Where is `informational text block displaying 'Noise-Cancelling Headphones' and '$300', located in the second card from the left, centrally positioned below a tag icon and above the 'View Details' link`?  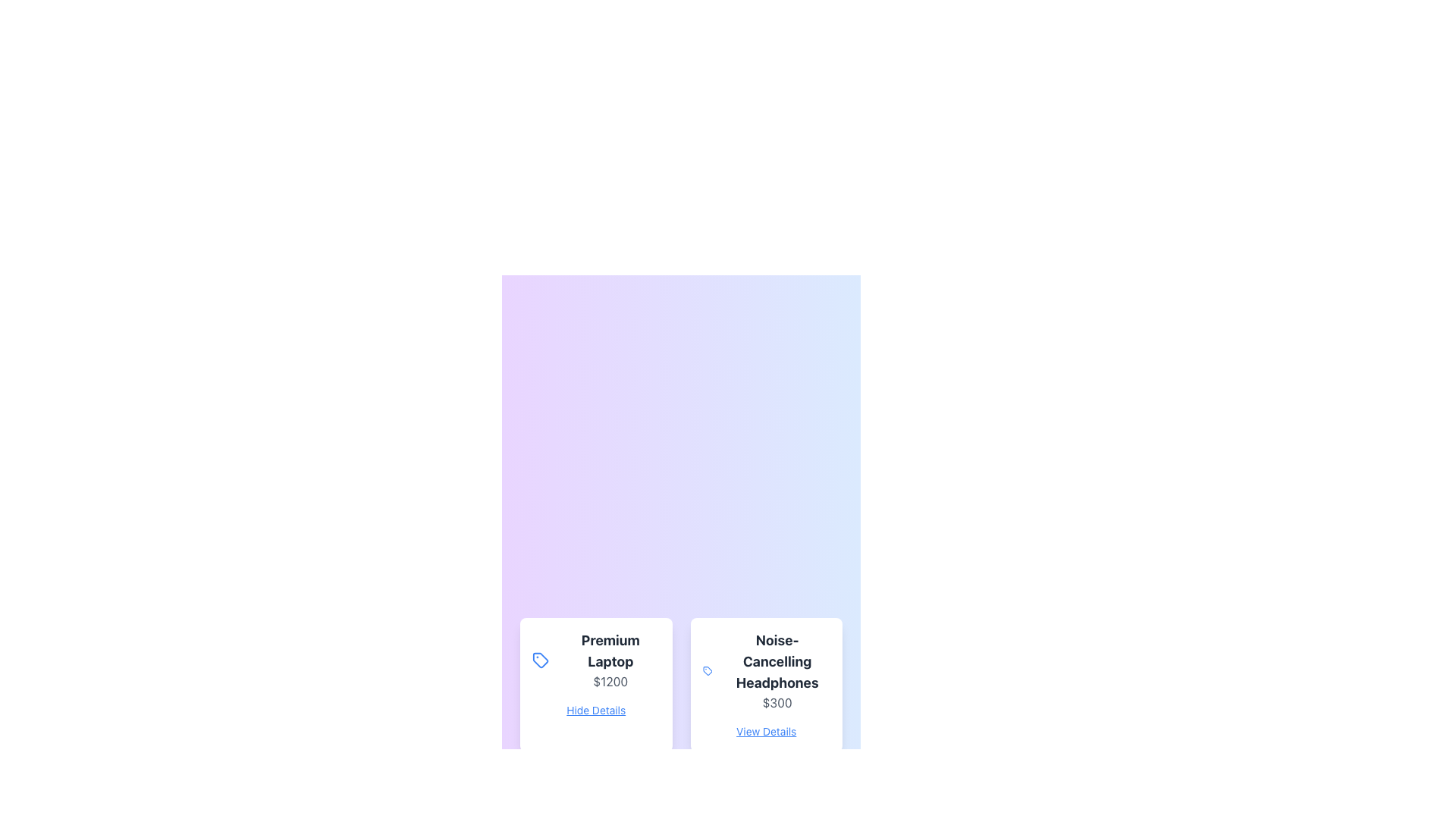
informational text block displaying 'Noise-Cancelling Headphones' and '$300', located in the second card from the left, centrally positioned below a tag icon and above the 'View Details' link is located at coordinates (777, 670).